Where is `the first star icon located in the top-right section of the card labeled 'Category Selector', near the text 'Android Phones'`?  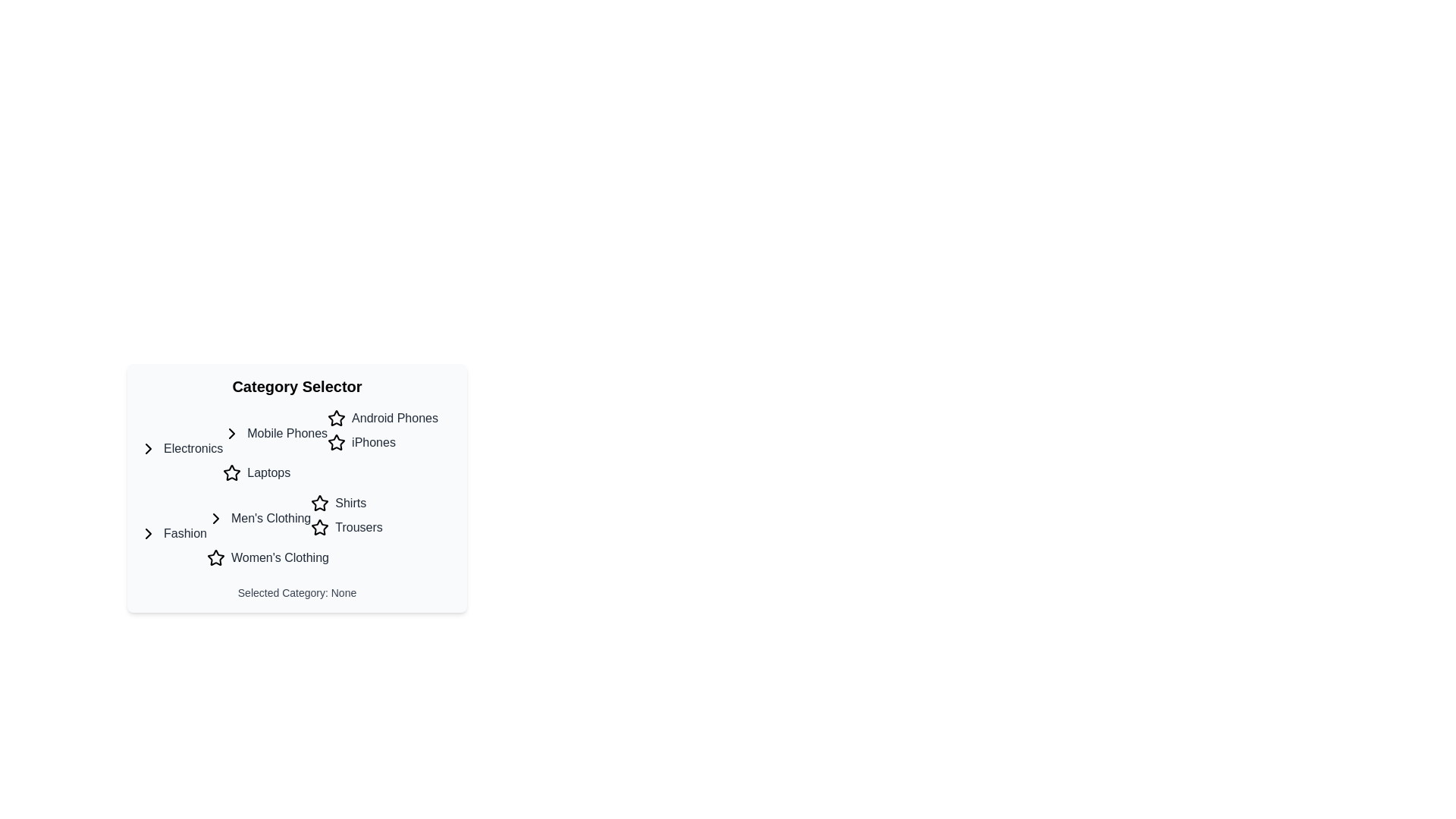 the first star icon located in the top-right section of the card labeled 'Category Selector', near the text 'Android Phones' is located at coordinates (336, 418).